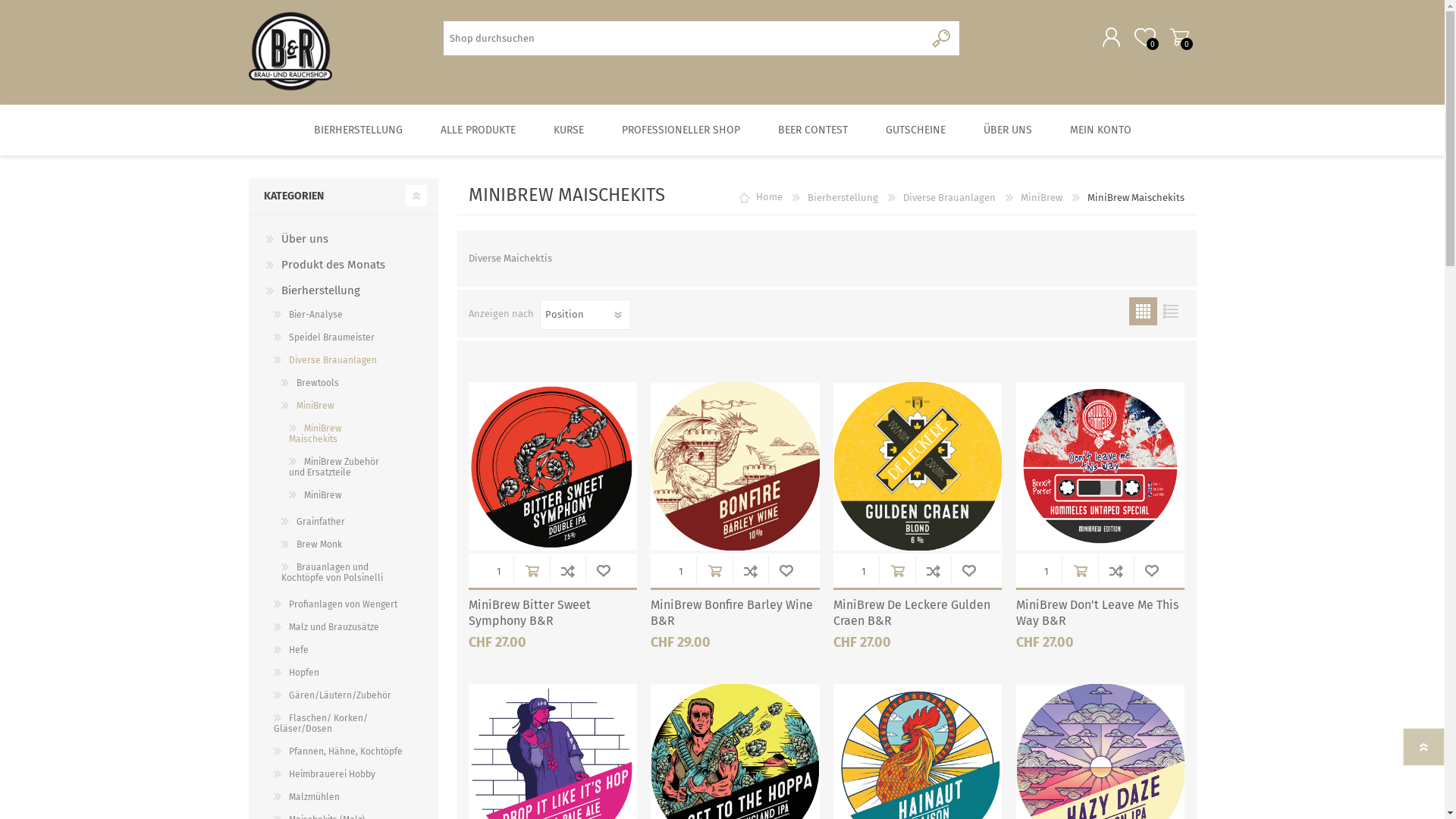 Image resolution: width=1456 pixels, height=819 pixels. What do you see at coordinates (279, 382) in the screenshot?
I see `'Brewtools'` at bounding box center [279, 382].